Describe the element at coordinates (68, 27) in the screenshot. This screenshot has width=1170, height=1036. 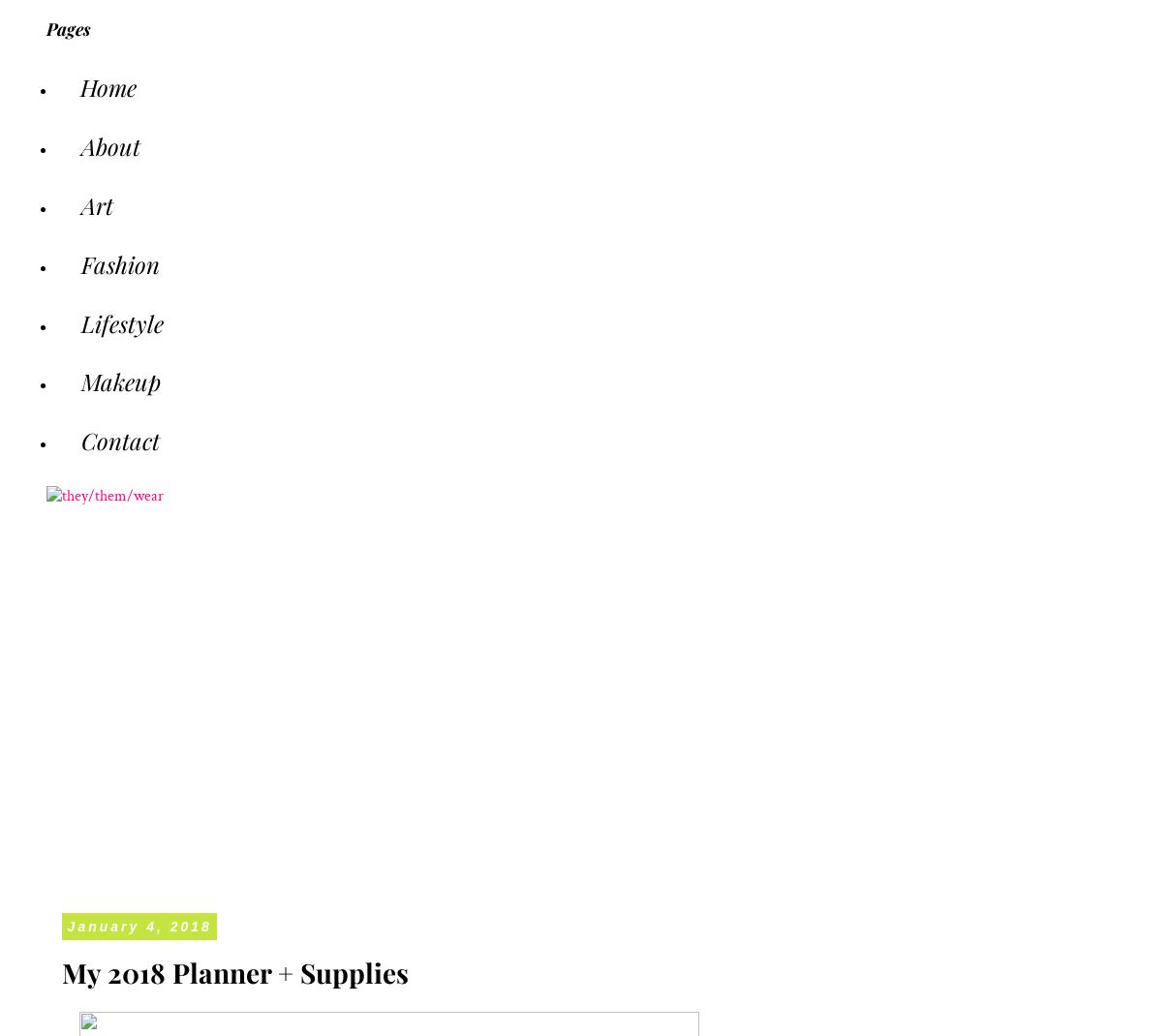
I see `'Pages'` at that location.